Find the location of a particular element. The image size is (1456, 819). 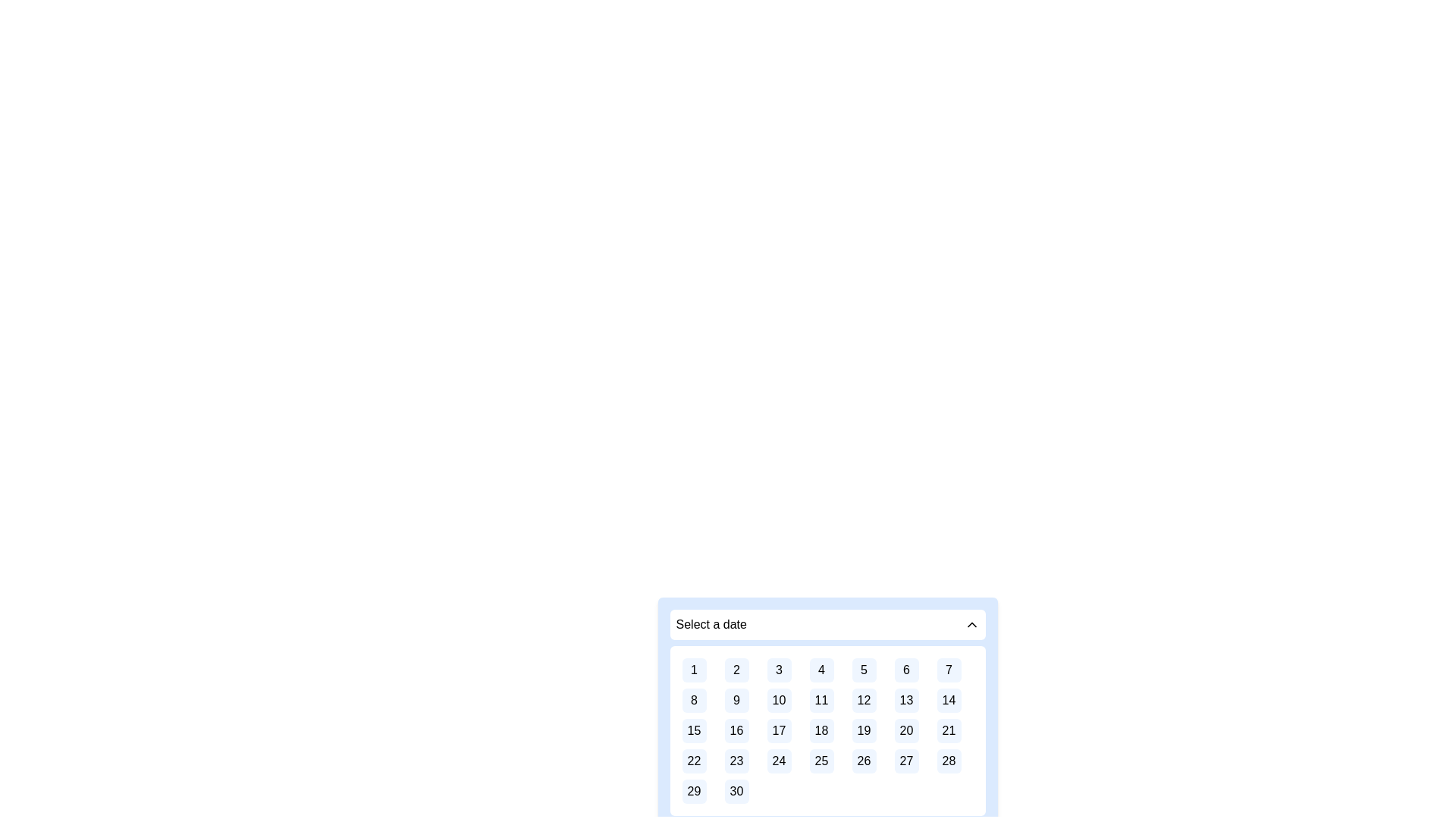

the square button with a light blue background and the number '6' centered in black, located in the first row and sixth column of the calendar grid is located at coordinates (906, 669).